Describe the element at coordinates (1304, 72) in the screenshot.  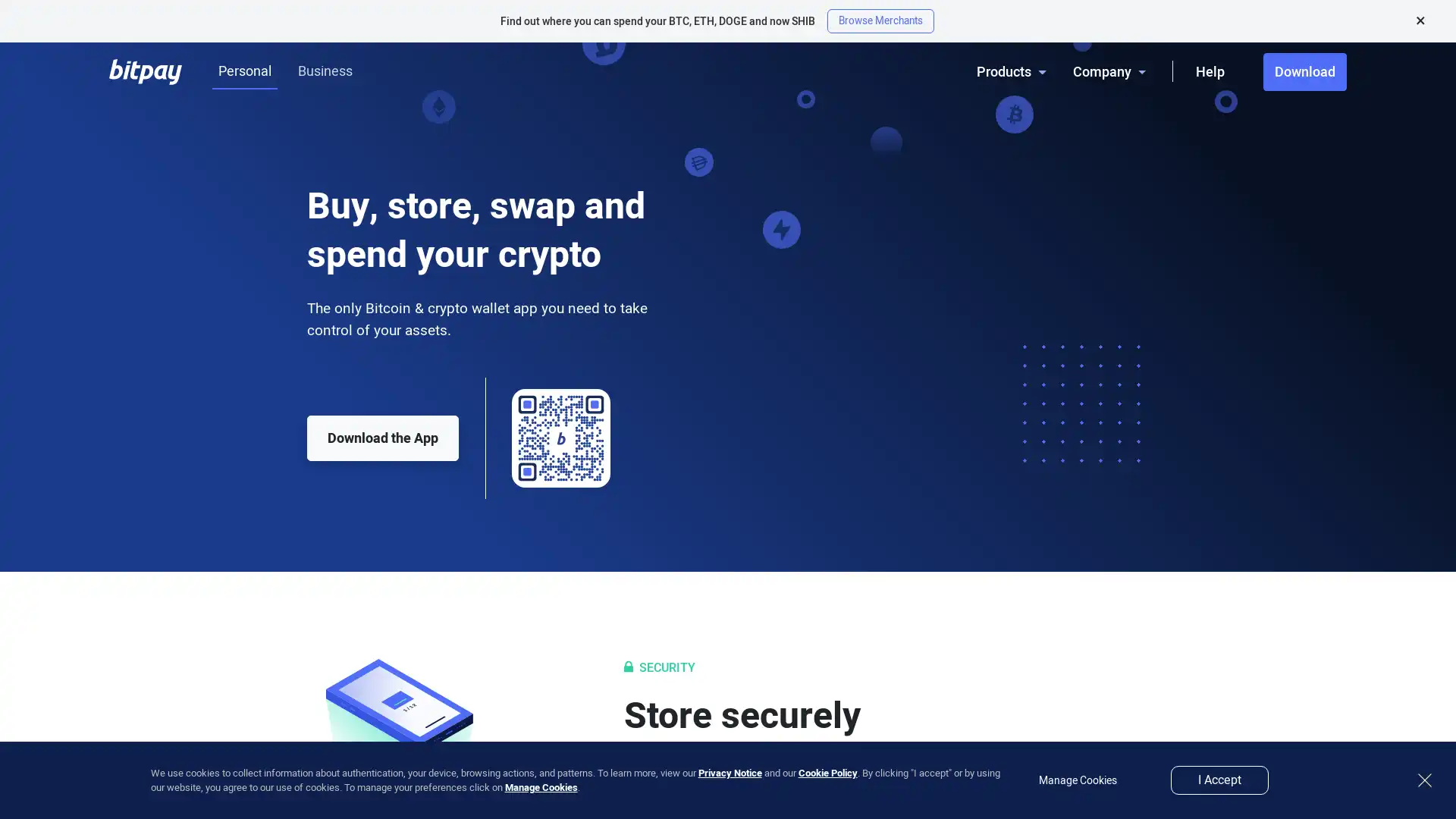
I see `Download` at that location.